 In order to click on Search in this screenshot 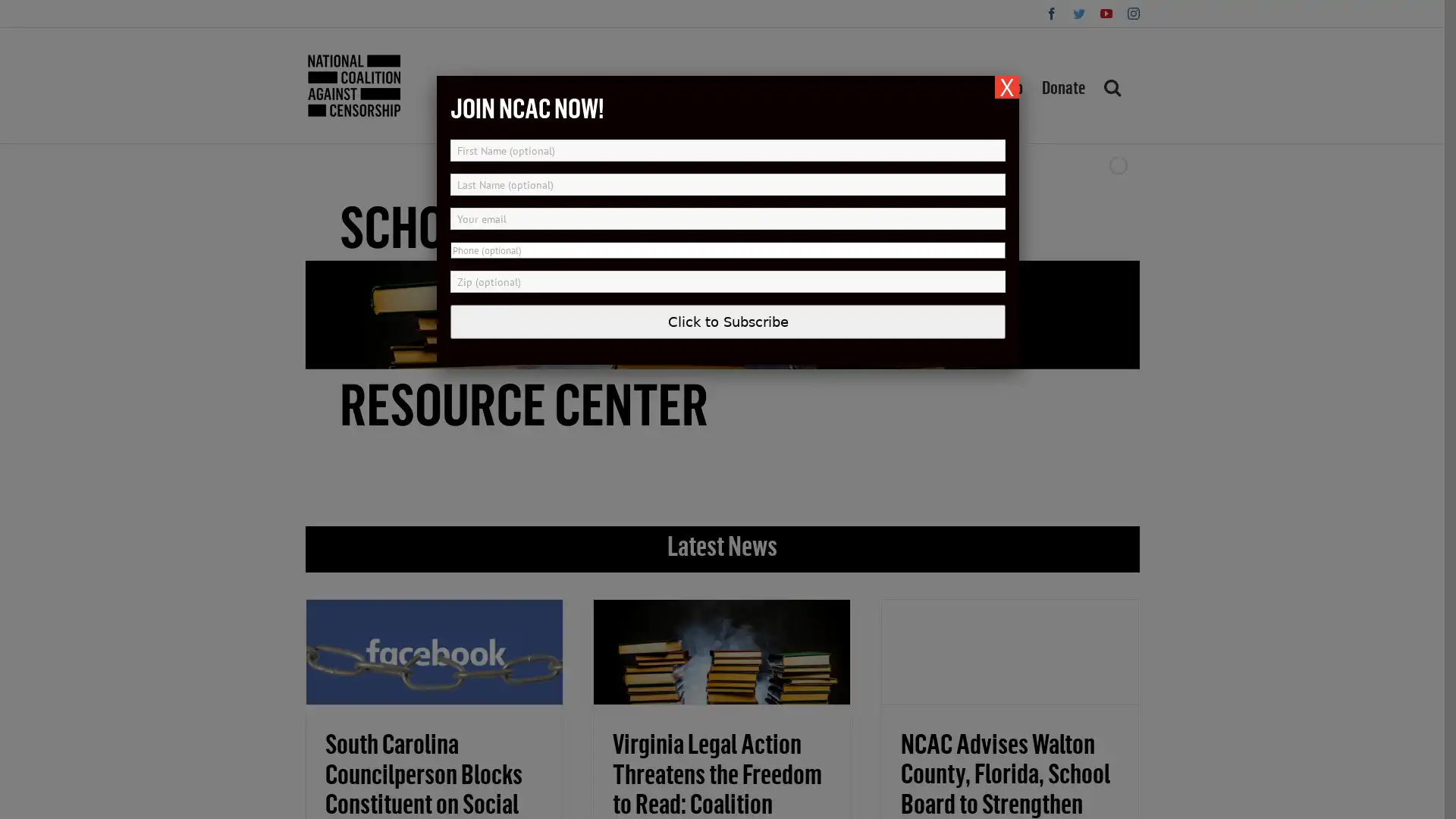, I will do `click(1111, 85)`.